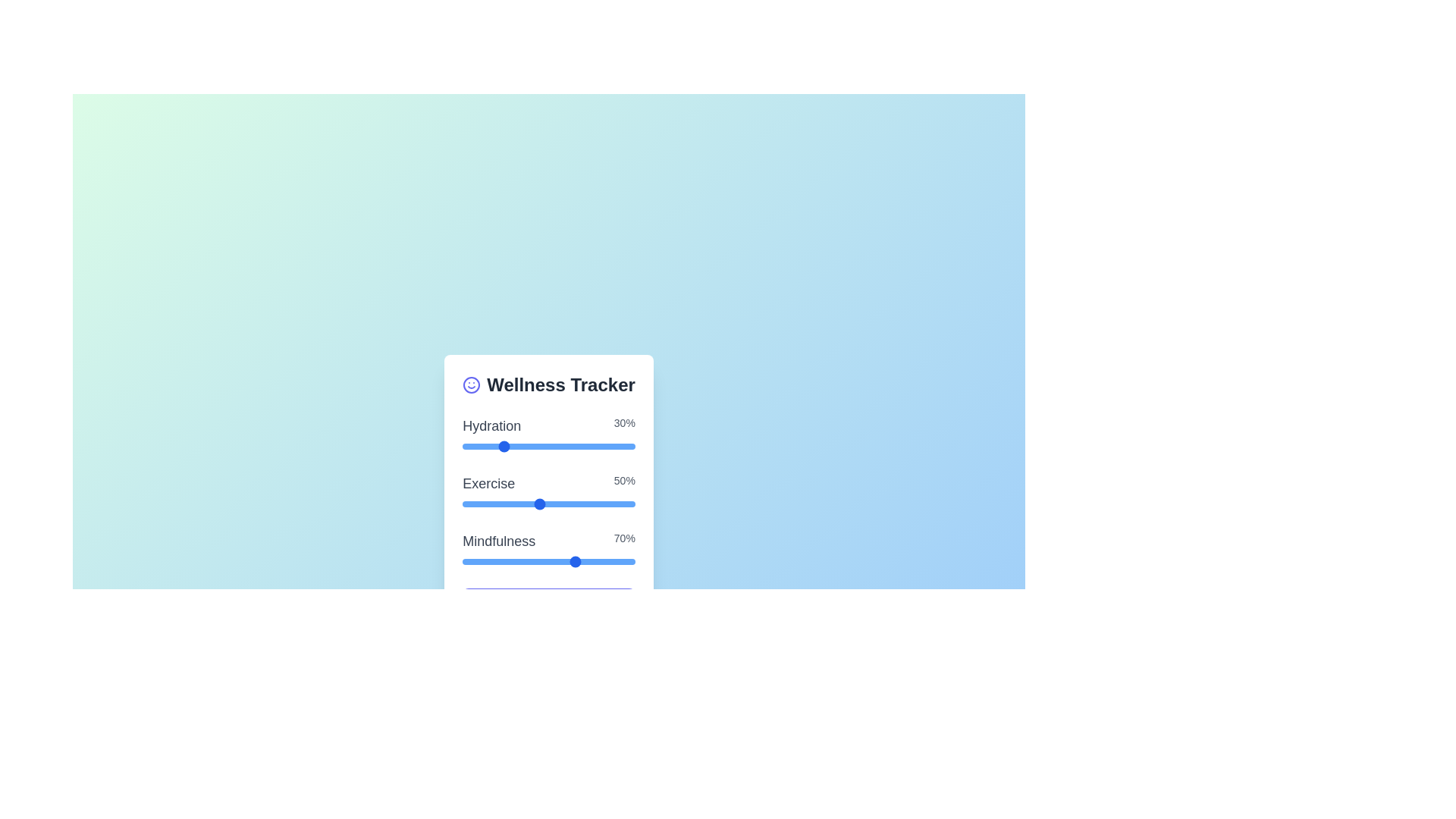 Image resolution: width=1456 pixels, height=819 pixels. I want to click on the 'Exercise' slider to set its value to 1, so click(461, 504).